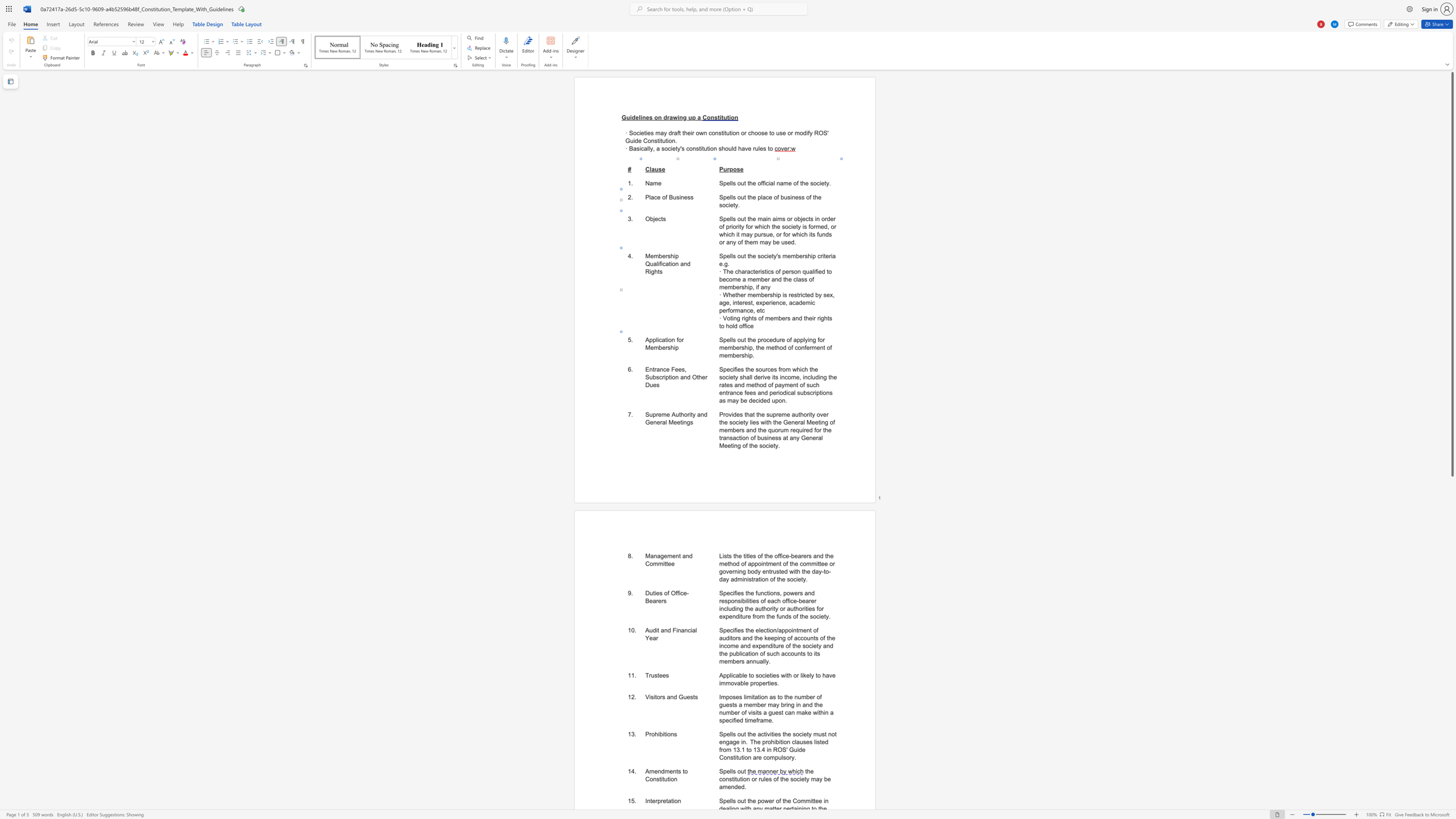 This screenshot has width=1456, height=819. Describe the element at coordinates (654, 339) in the screenshot. I see `the 2th character "p" in the text` at that location.